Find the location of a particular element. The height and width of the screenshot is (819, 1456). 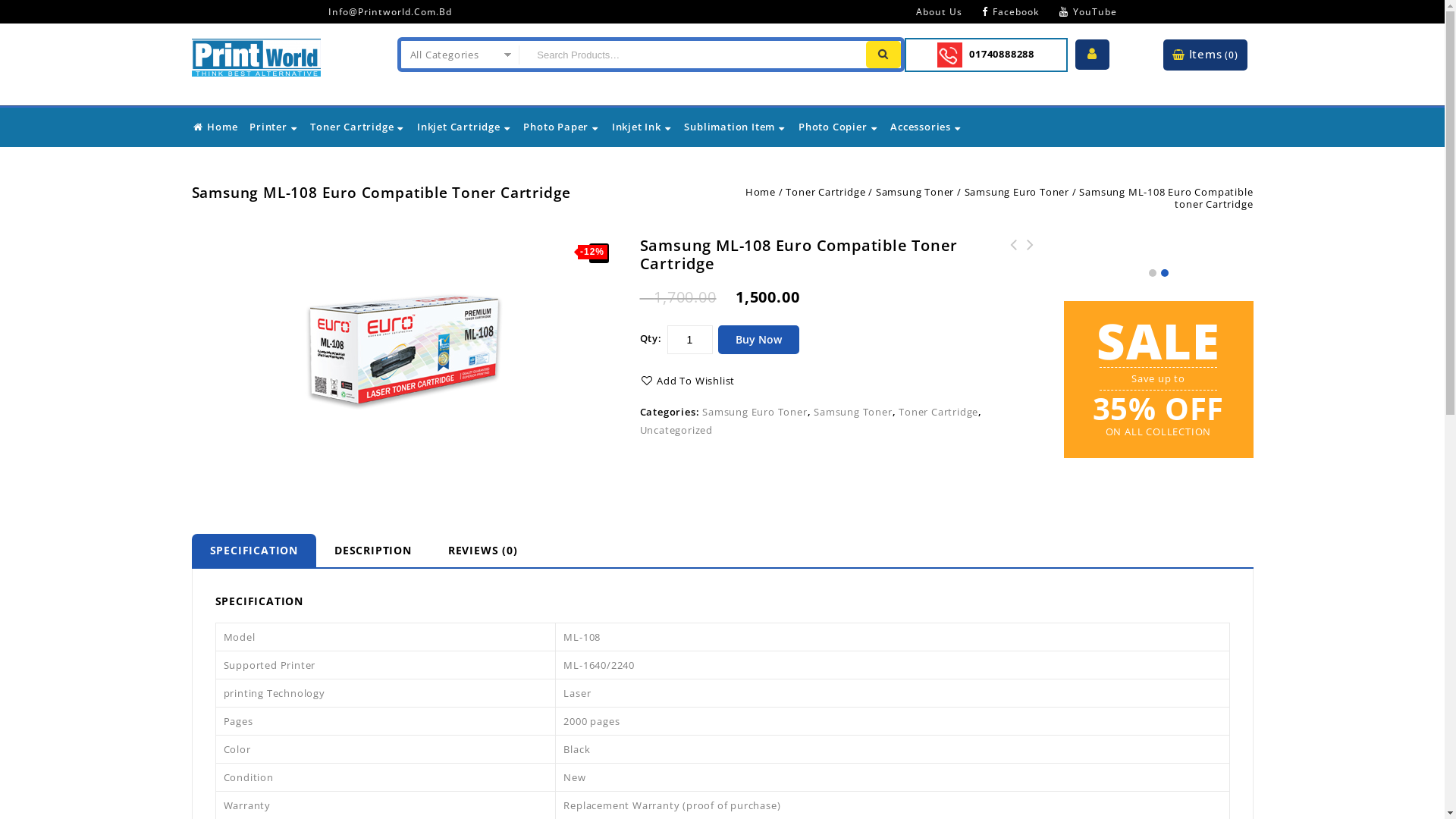

'Search' is located at coordinates (883, 54).